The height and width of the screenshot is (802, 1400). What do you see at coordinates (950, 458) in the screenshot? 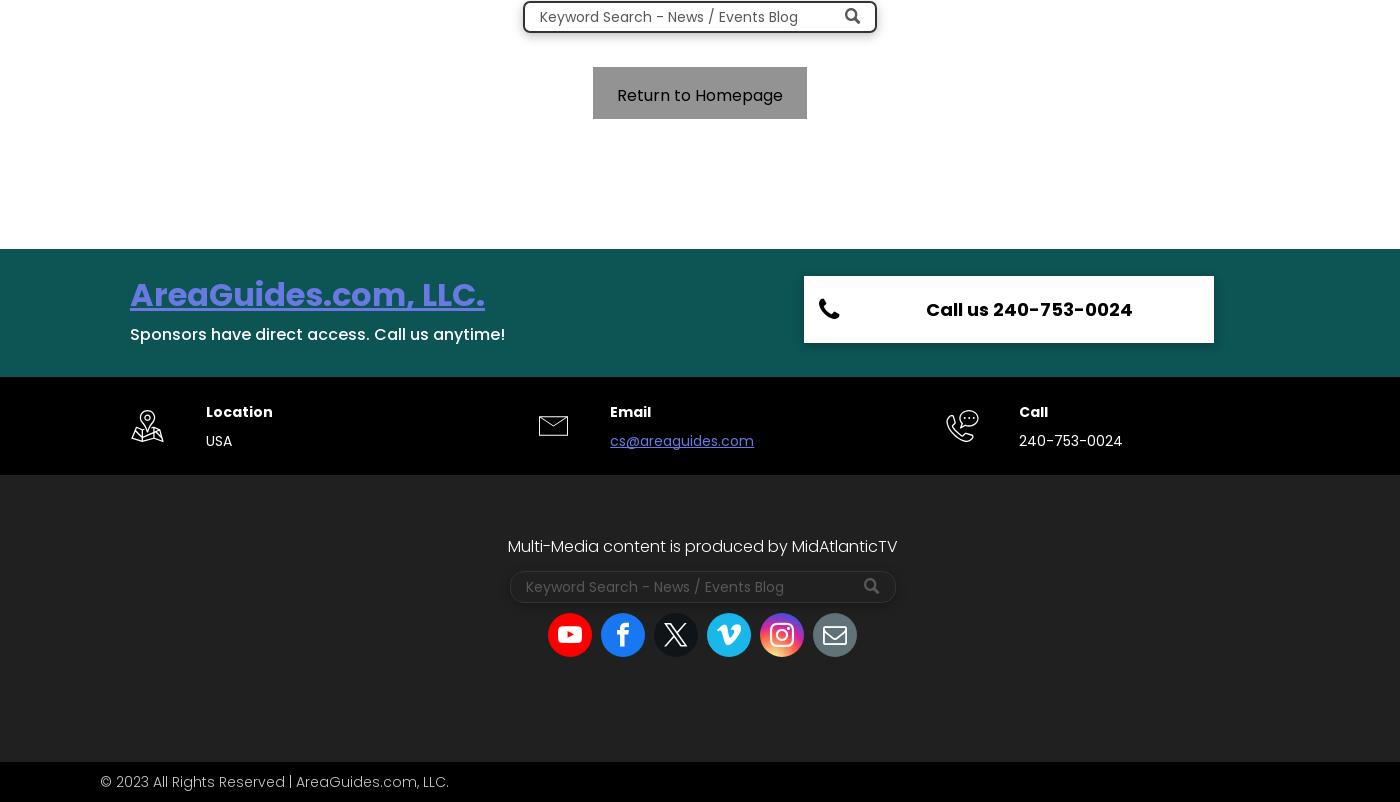
I see `'Electronic Marine, Inc.'` at bounding box center [950, 458].